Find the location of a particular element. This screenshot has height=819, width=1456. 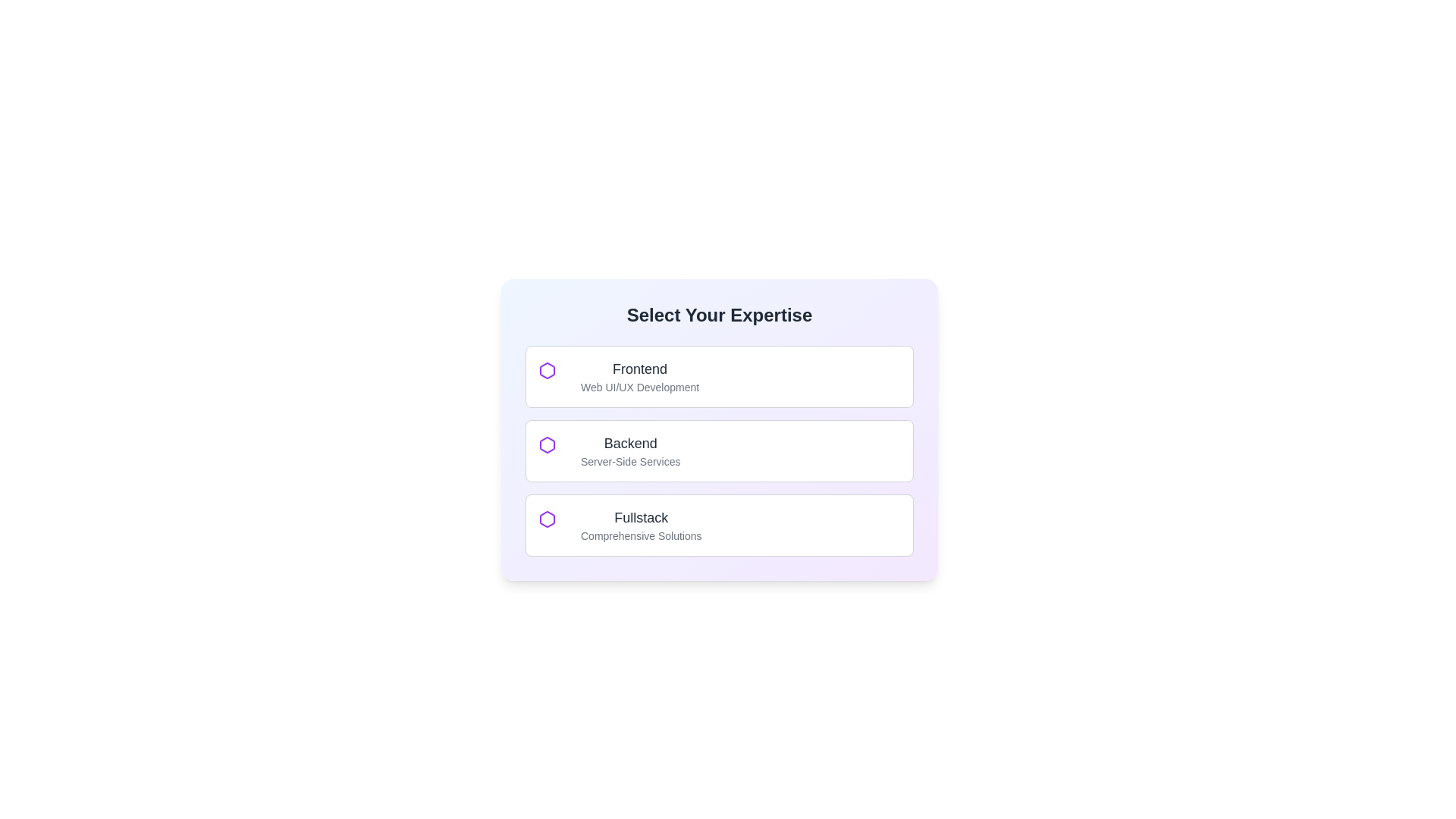

to select the second option in the interactive selection field for backend services, which is positioned below the 'Frontend' option and above the 'Fullstack' option is located at coordinates (719, 450).